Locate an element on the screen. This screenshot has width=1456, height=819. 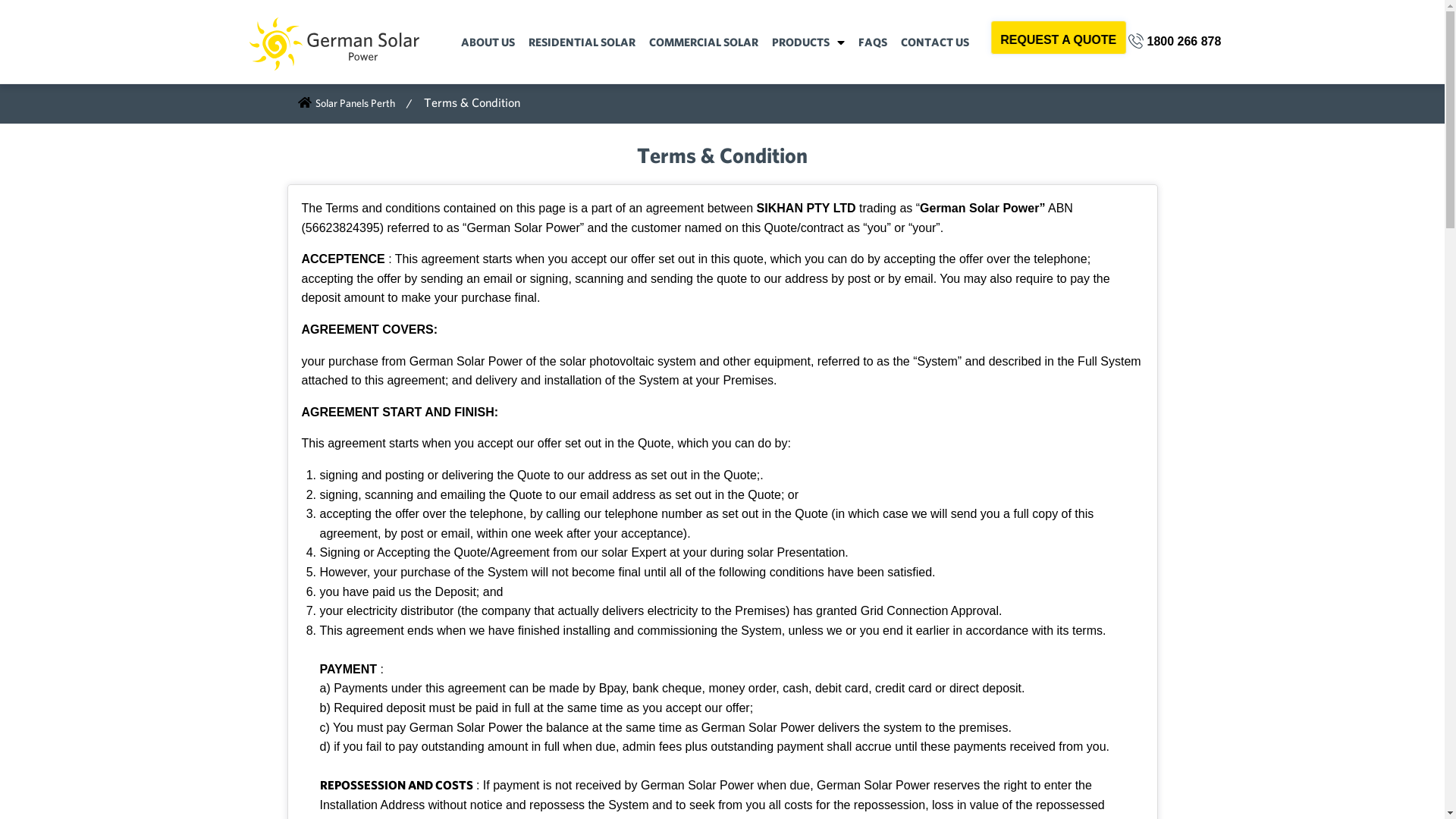
'REQUEST A QUOTE' is located at coordinates (1058, 36).